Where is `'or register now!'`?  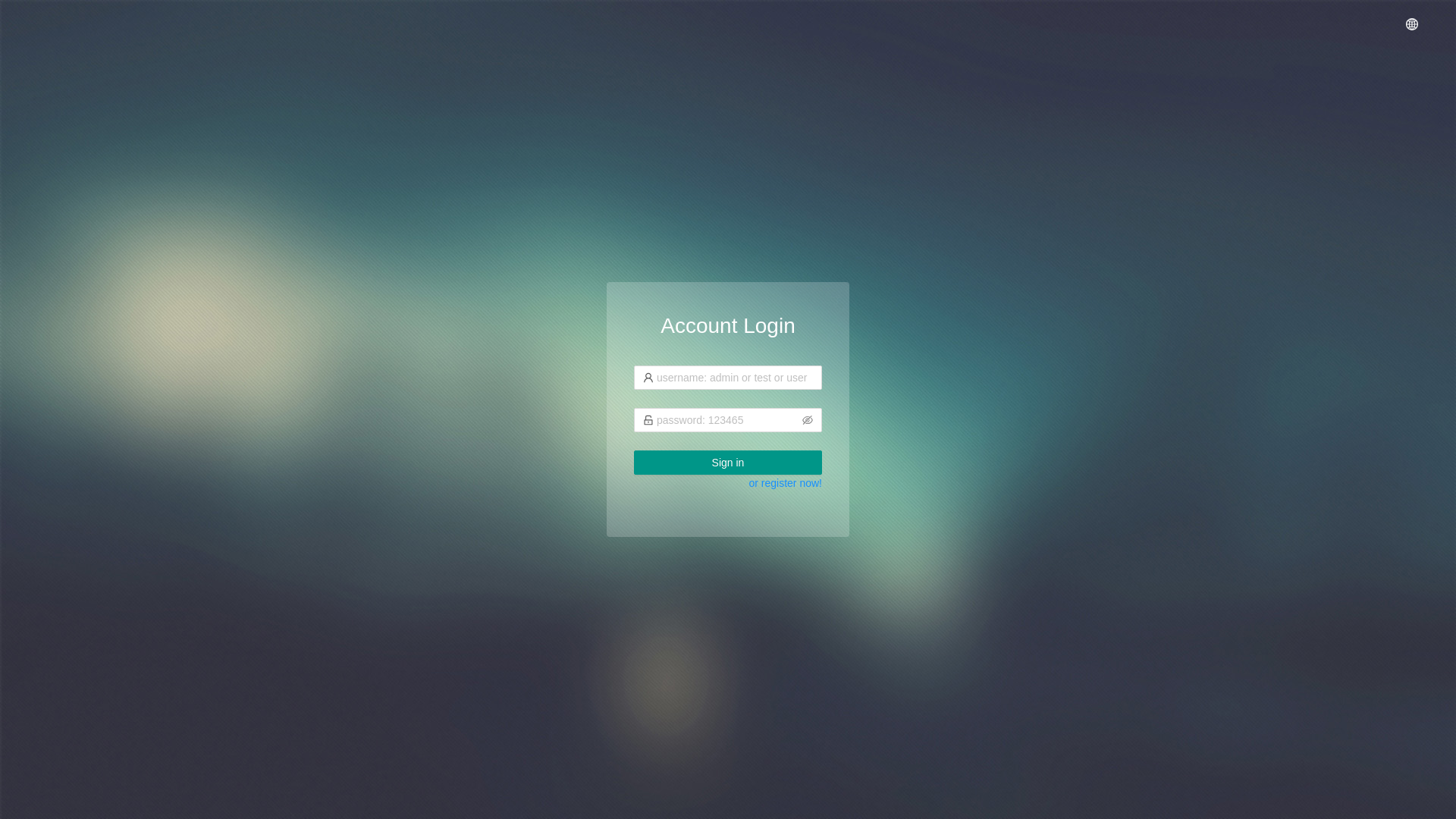
'or register now!' is located at coordinates (749, 482).